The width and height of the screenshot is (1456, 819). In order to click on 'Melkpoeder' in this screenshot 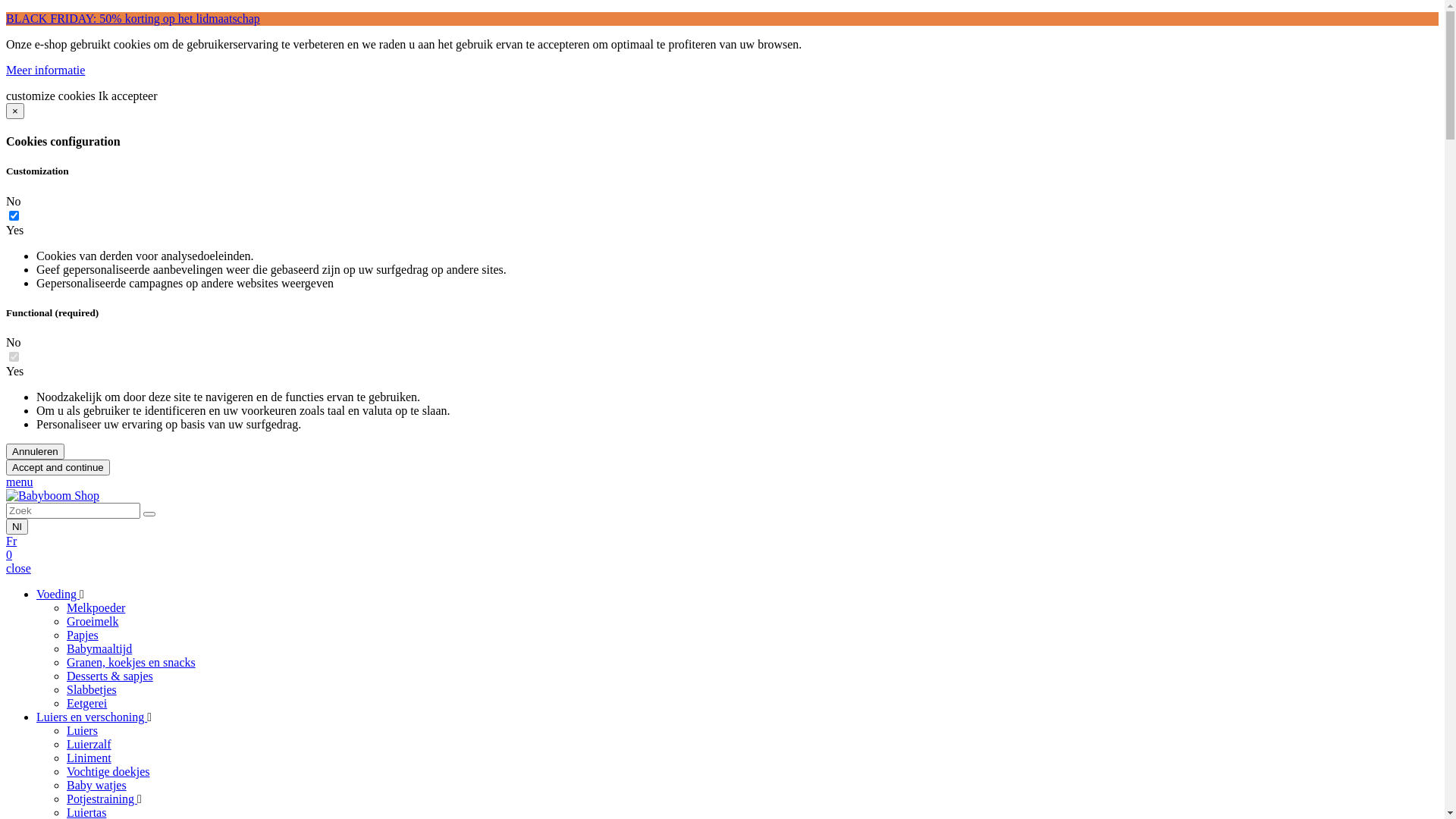, I will do `click(95, 607)`.